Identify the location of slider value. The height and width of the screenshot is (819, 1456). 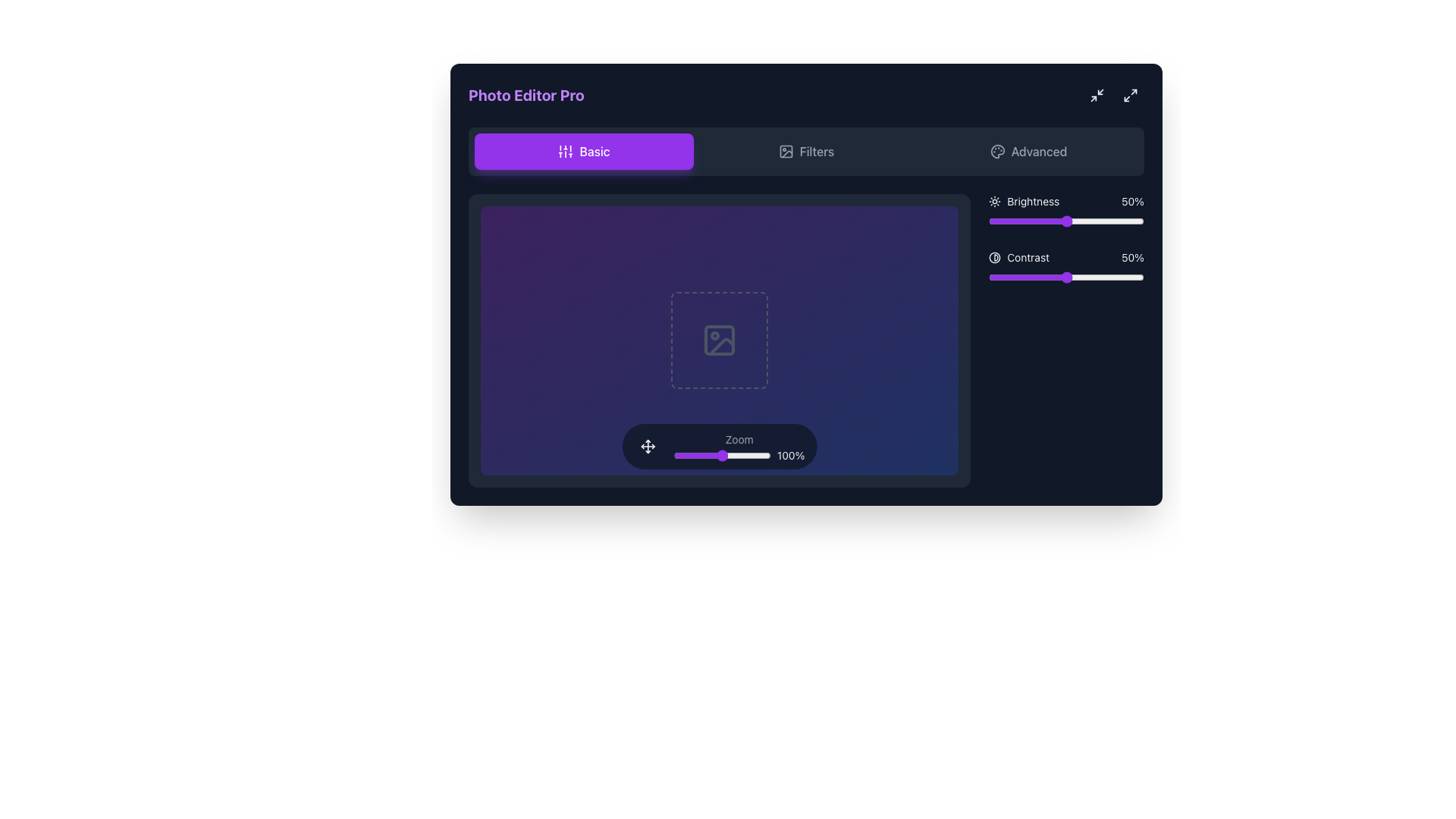
(1033, 221).